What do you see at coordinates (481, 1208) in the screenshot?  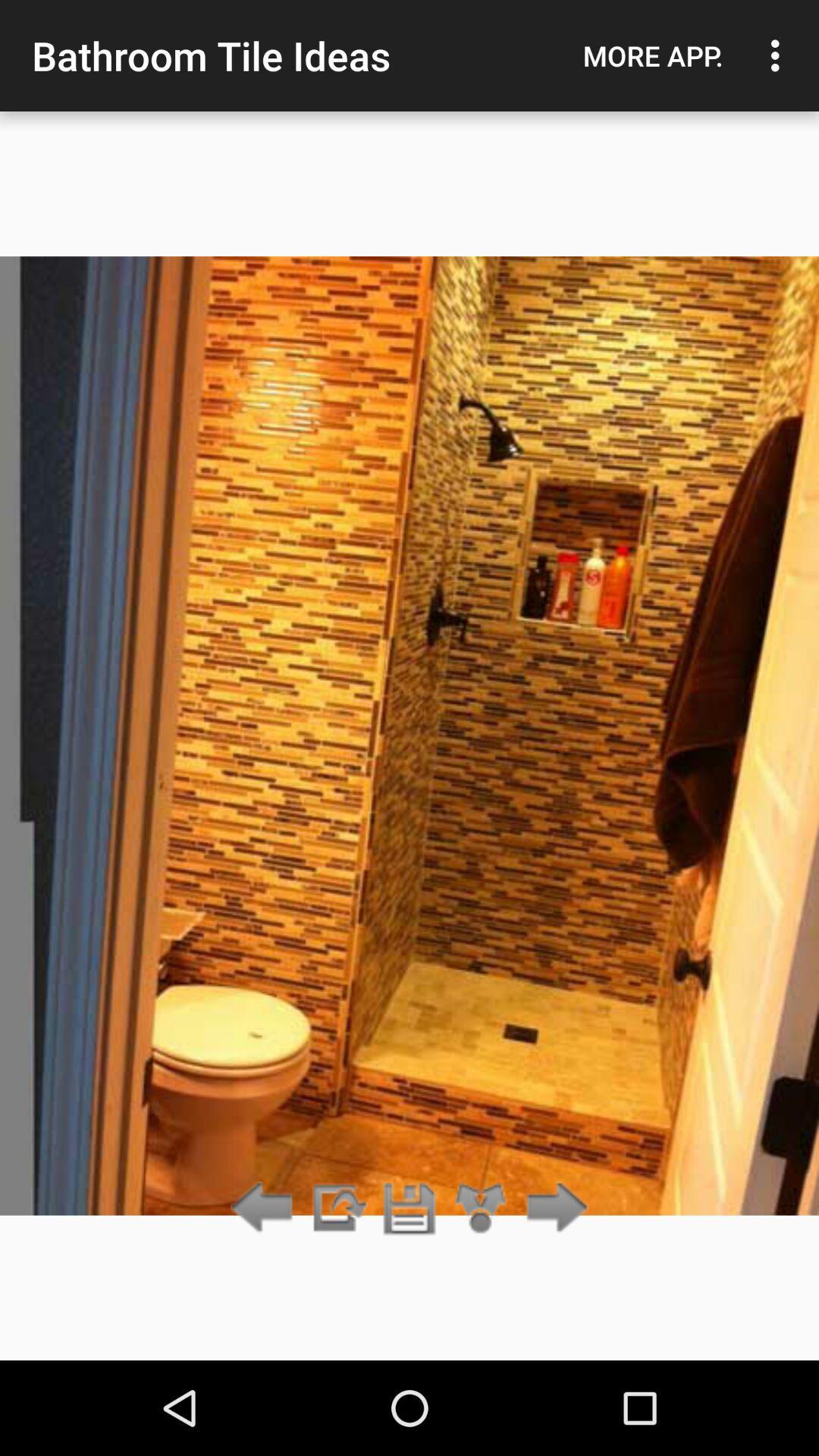 I see `the share icon` at bounding box center [481, 1208].